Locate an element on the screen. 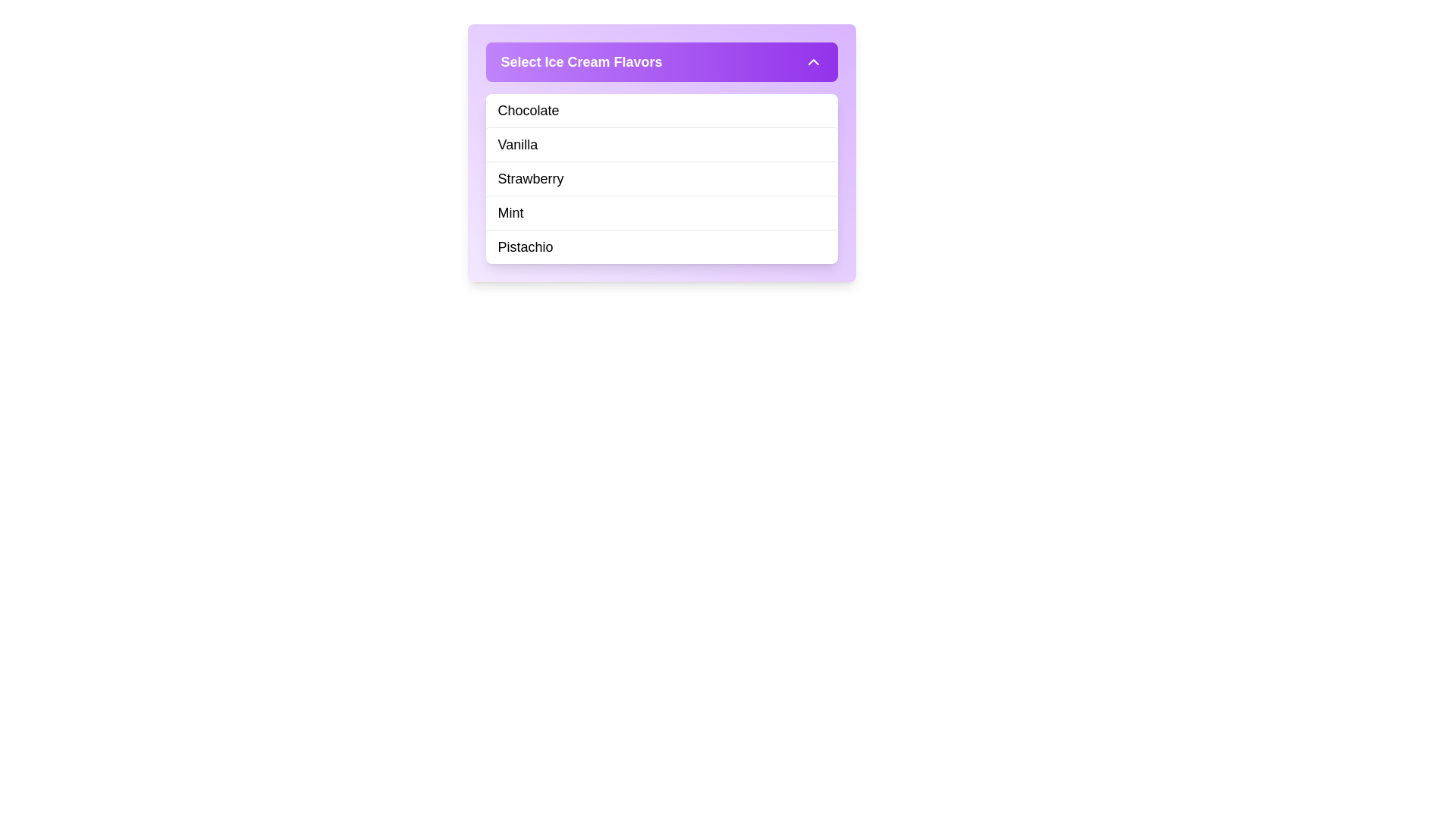 This screenshot has width=1456, height=819. keyboard navigation is located at coordinates (517, 145).